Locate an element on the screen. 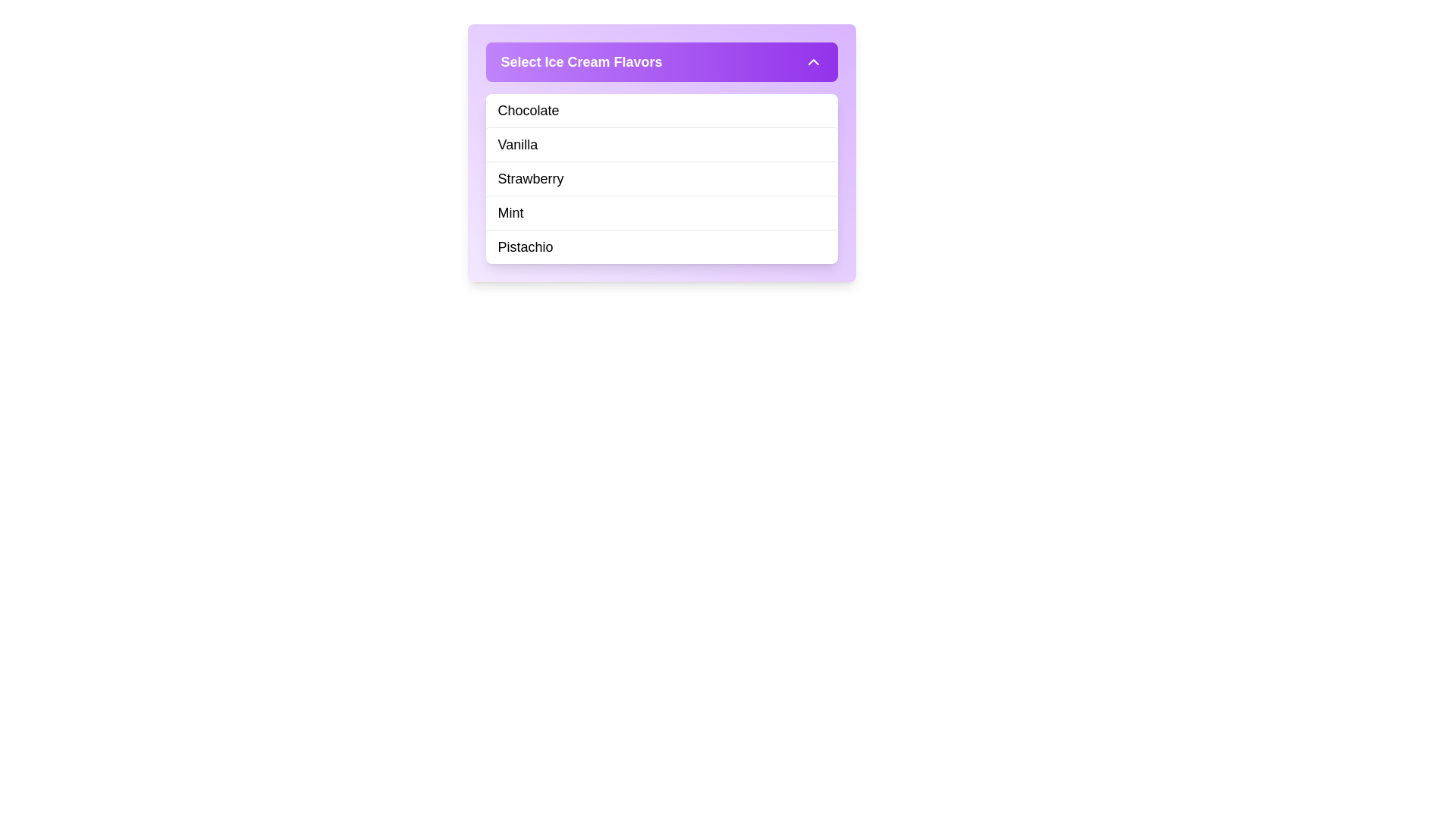 This screenshot has width=1456, height=819. keyboard navigation is located at coordinates (517, 145).